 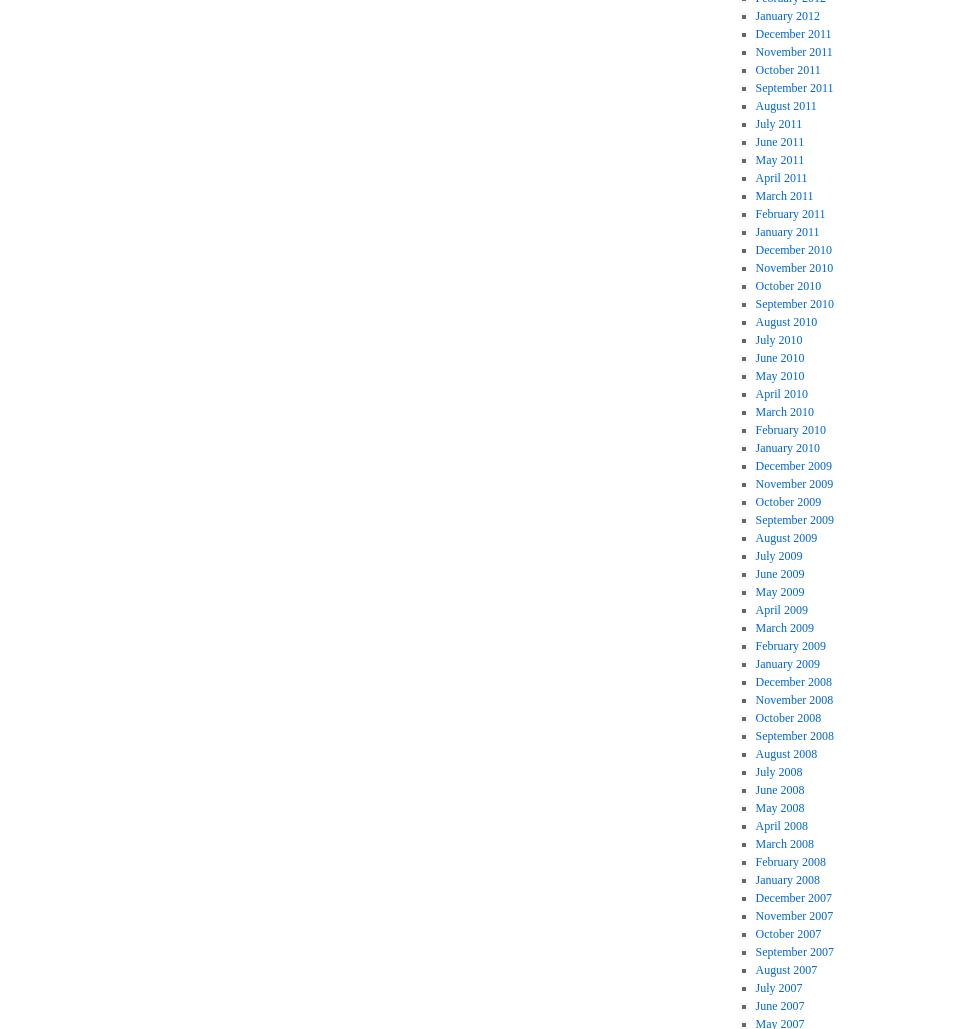 What do you see at coordinates (788, 502) in the screenshot?
I see `'October 2009'` at bounding box center [788, 502].